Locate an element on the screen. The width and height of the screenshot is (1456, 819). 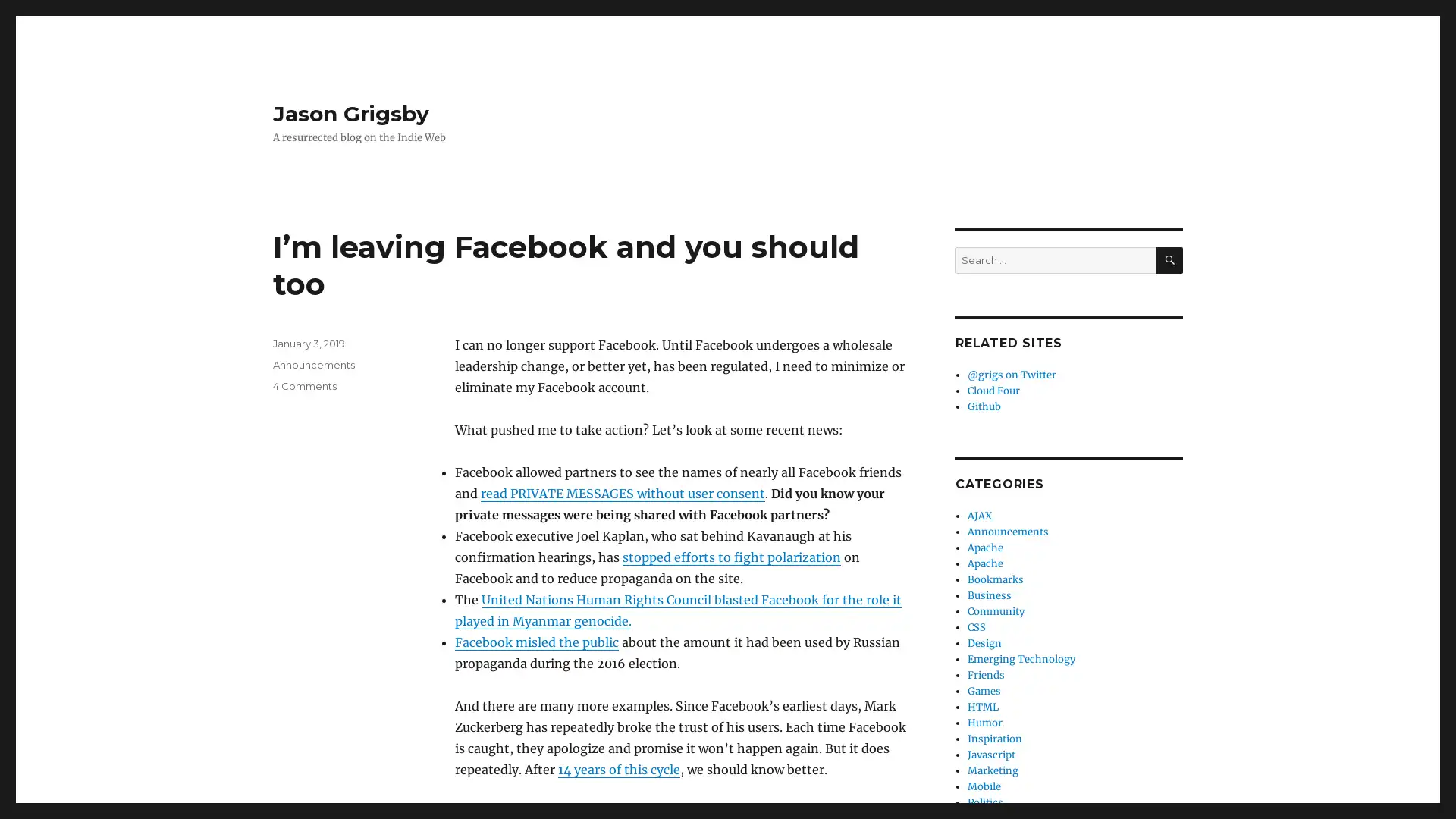
SEARCH is located at coordinates (1169, 259).